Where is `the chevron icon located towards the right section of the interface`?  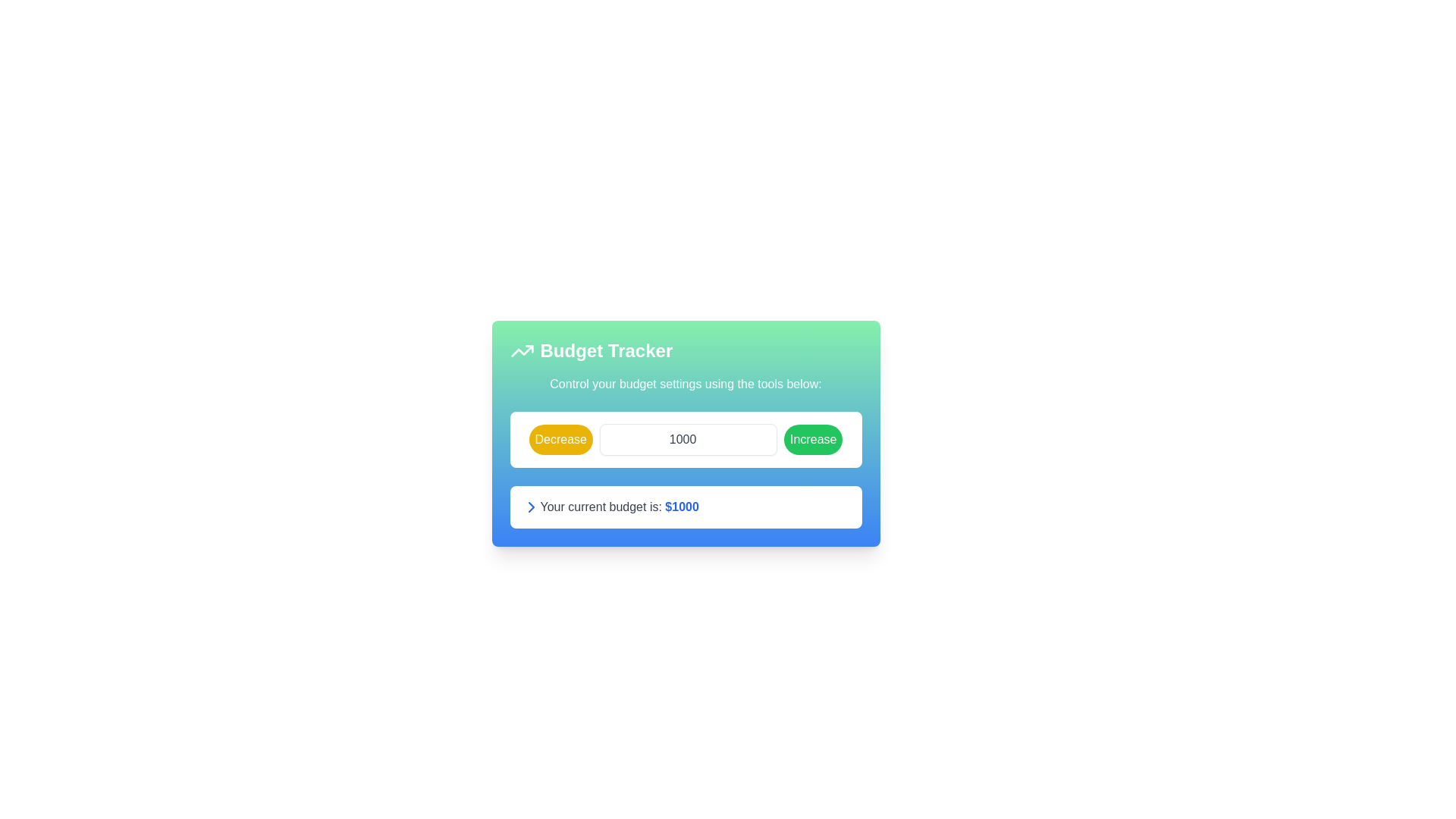
the chevron icon located towards the right section of the interface is located at coordinates (531, 507).